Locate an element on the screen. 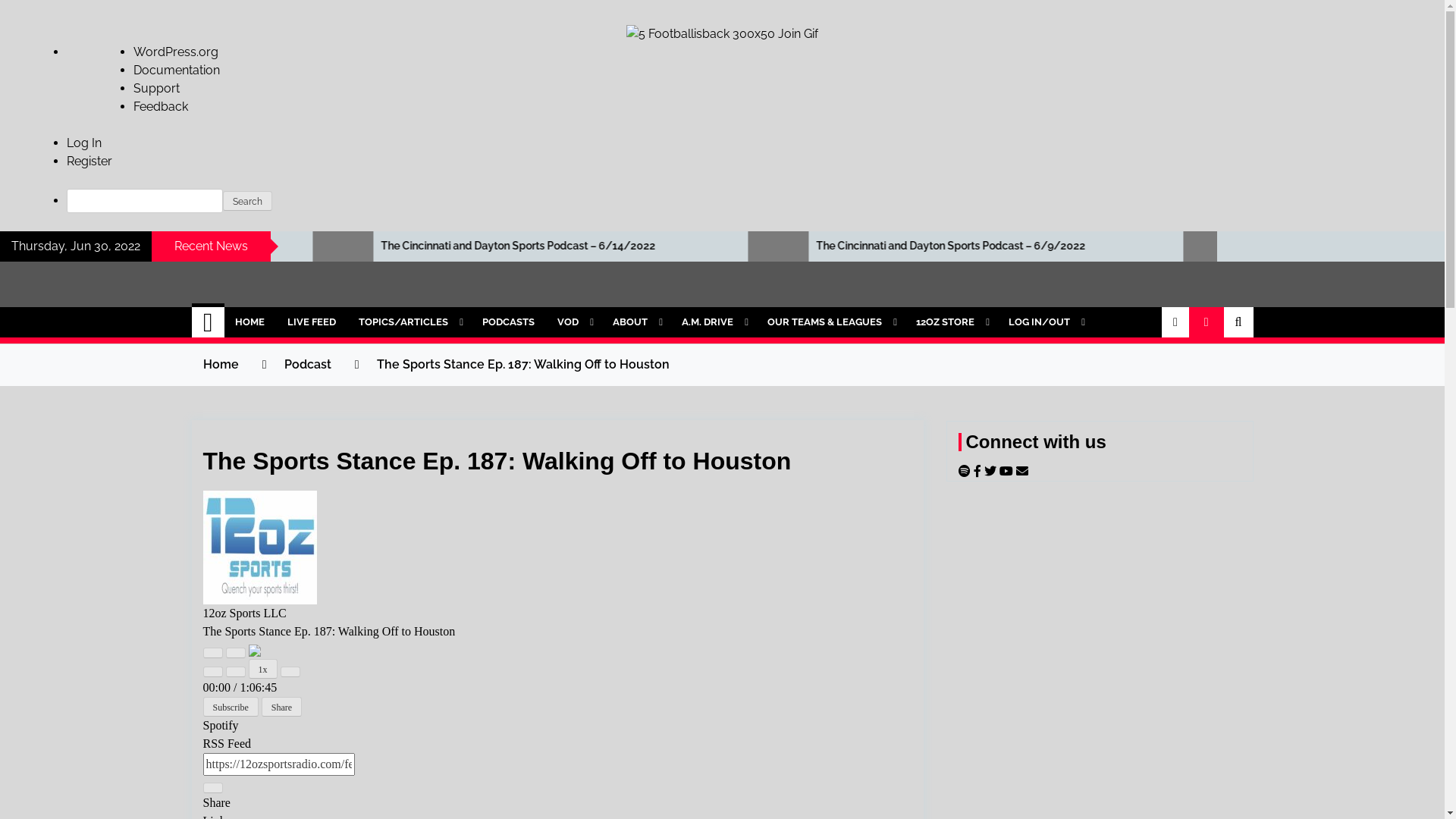  'The Sports Stance Ep. 187: Walking Off to Houston' is located at coordinates (522, 364).